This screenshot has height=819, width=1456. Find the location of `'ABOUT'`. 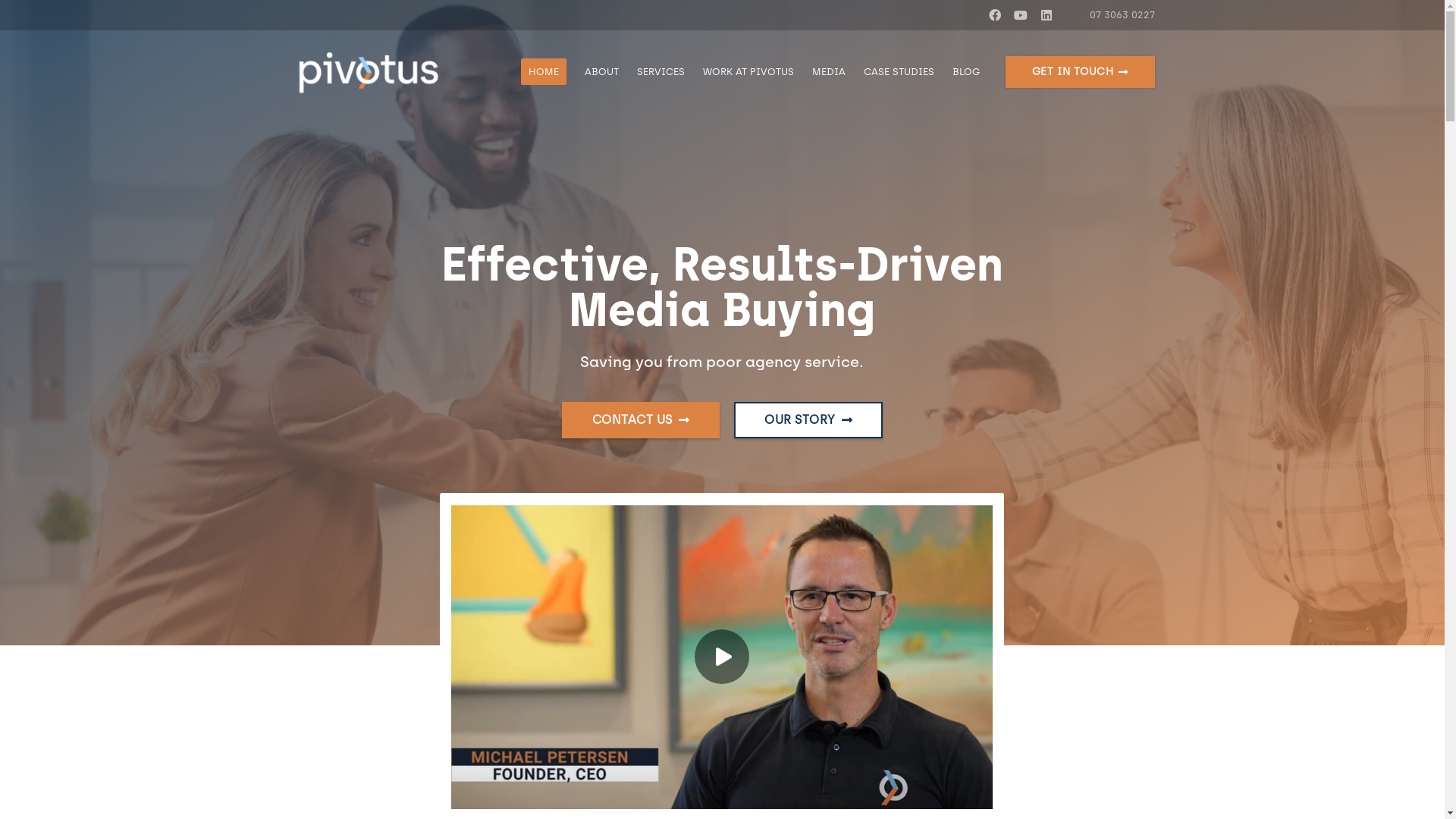

'ABOUT' is located at coordinates (574, 72).